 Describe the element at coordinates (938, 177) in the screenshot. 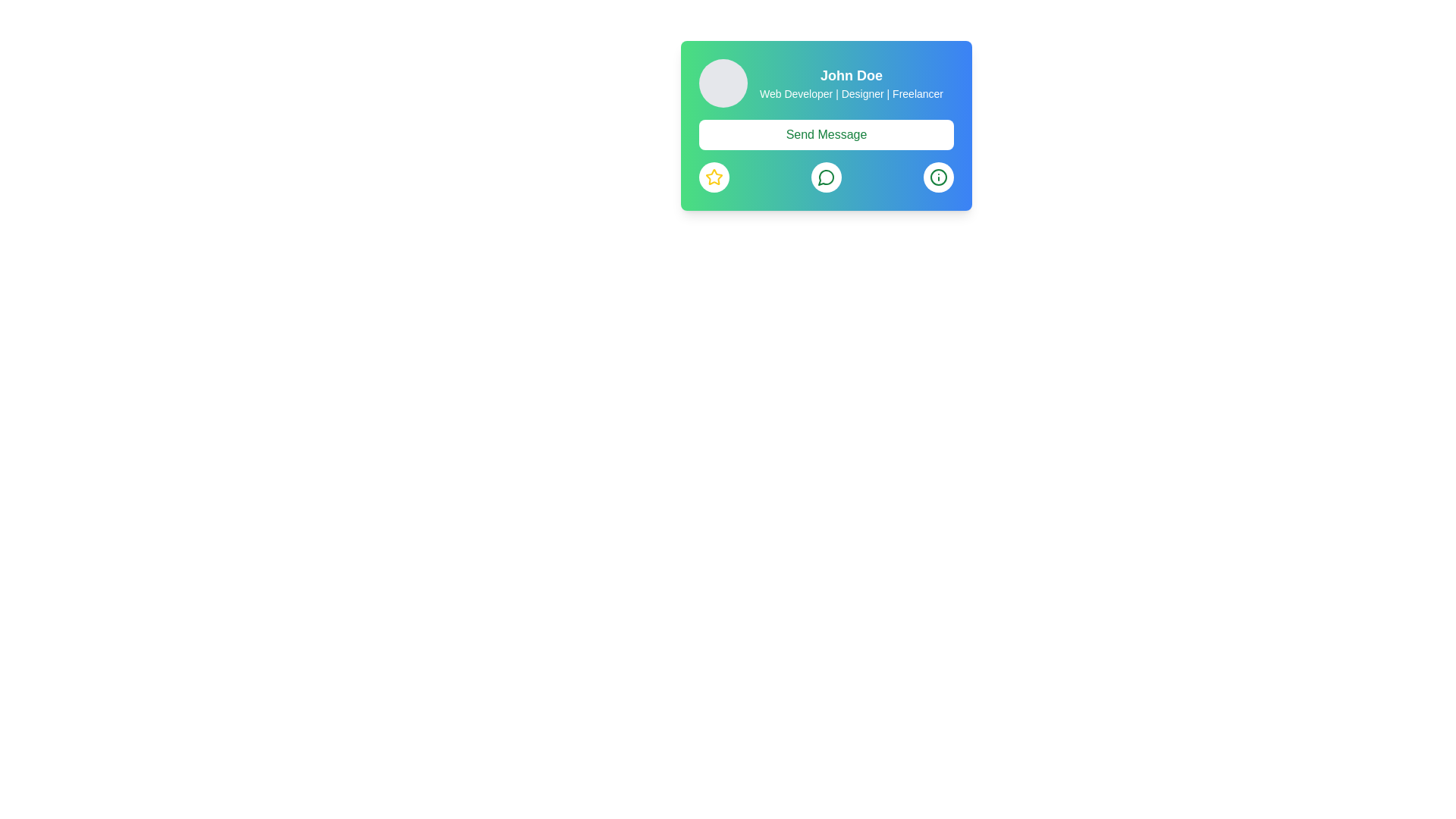

I see `the circular icon with a green information symbol on a white background, which is the rightmost icon below the 'Send Message' button` at that location.